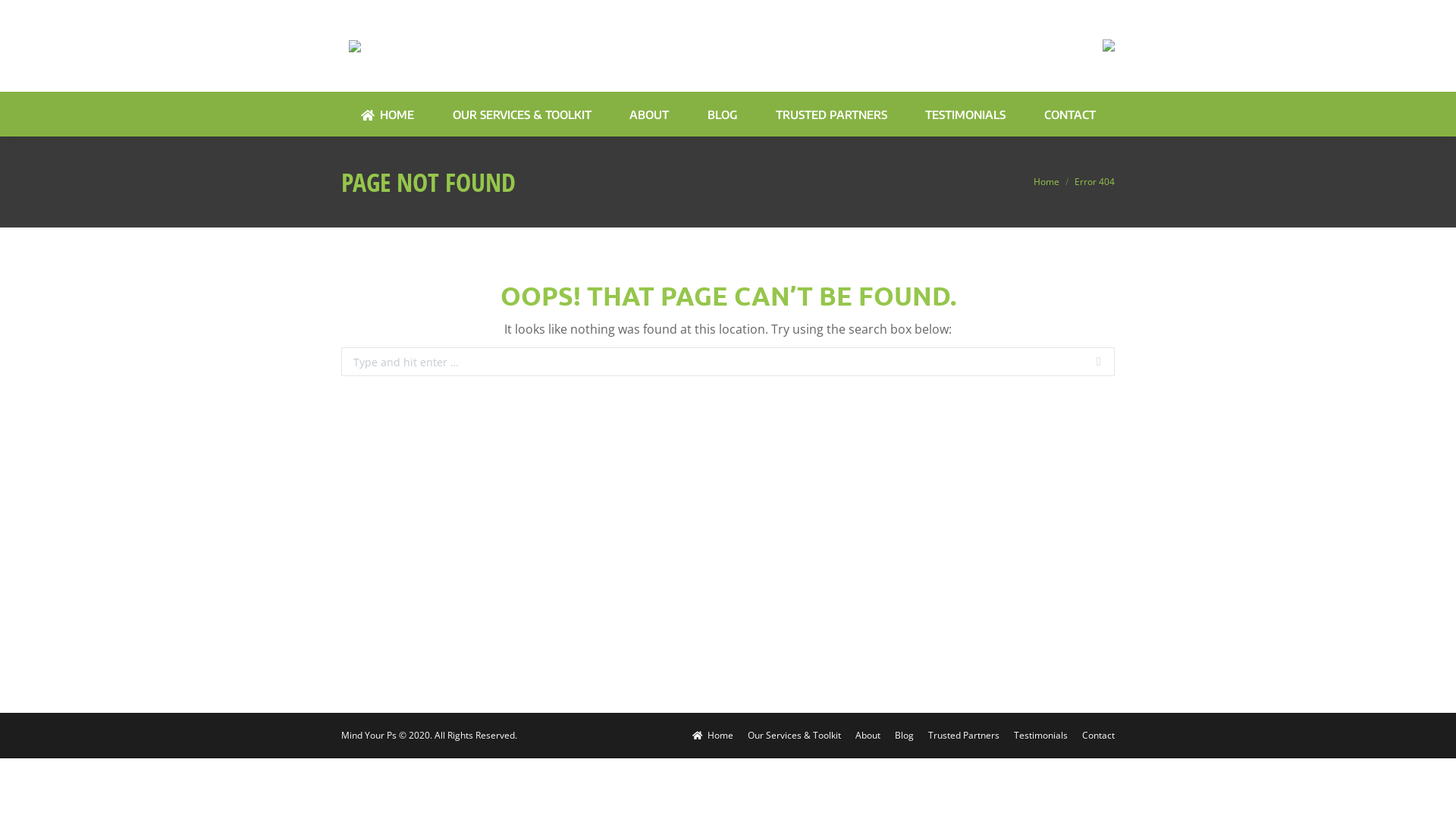 The image size is (1456, 819). What do you see at coordinates (963, 734) in the screenshot?
I see `'Trusted Partners'` at bounding box center [963, 734].